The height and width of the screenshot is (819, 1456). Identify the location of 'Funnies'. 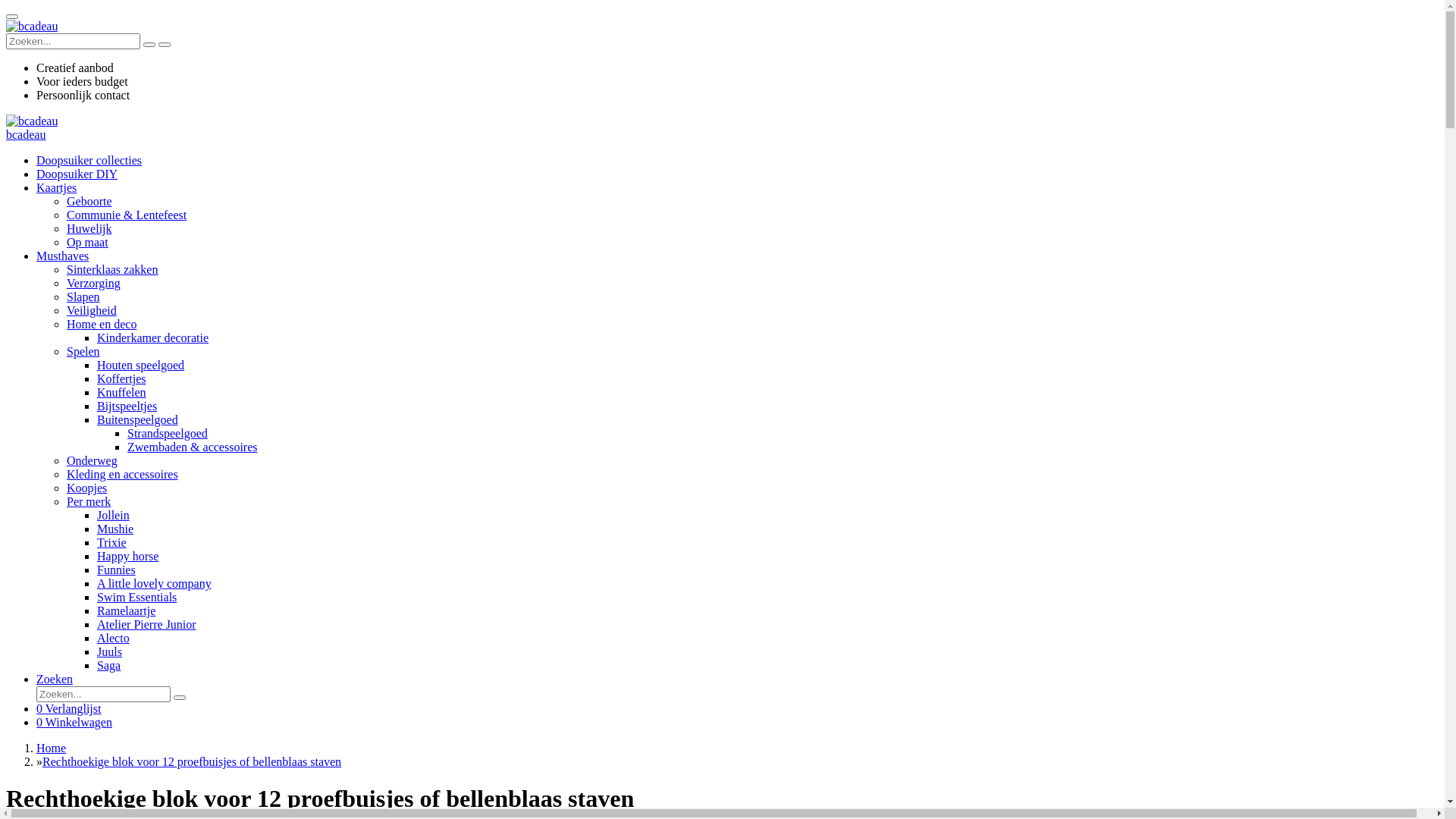
(96, 570).